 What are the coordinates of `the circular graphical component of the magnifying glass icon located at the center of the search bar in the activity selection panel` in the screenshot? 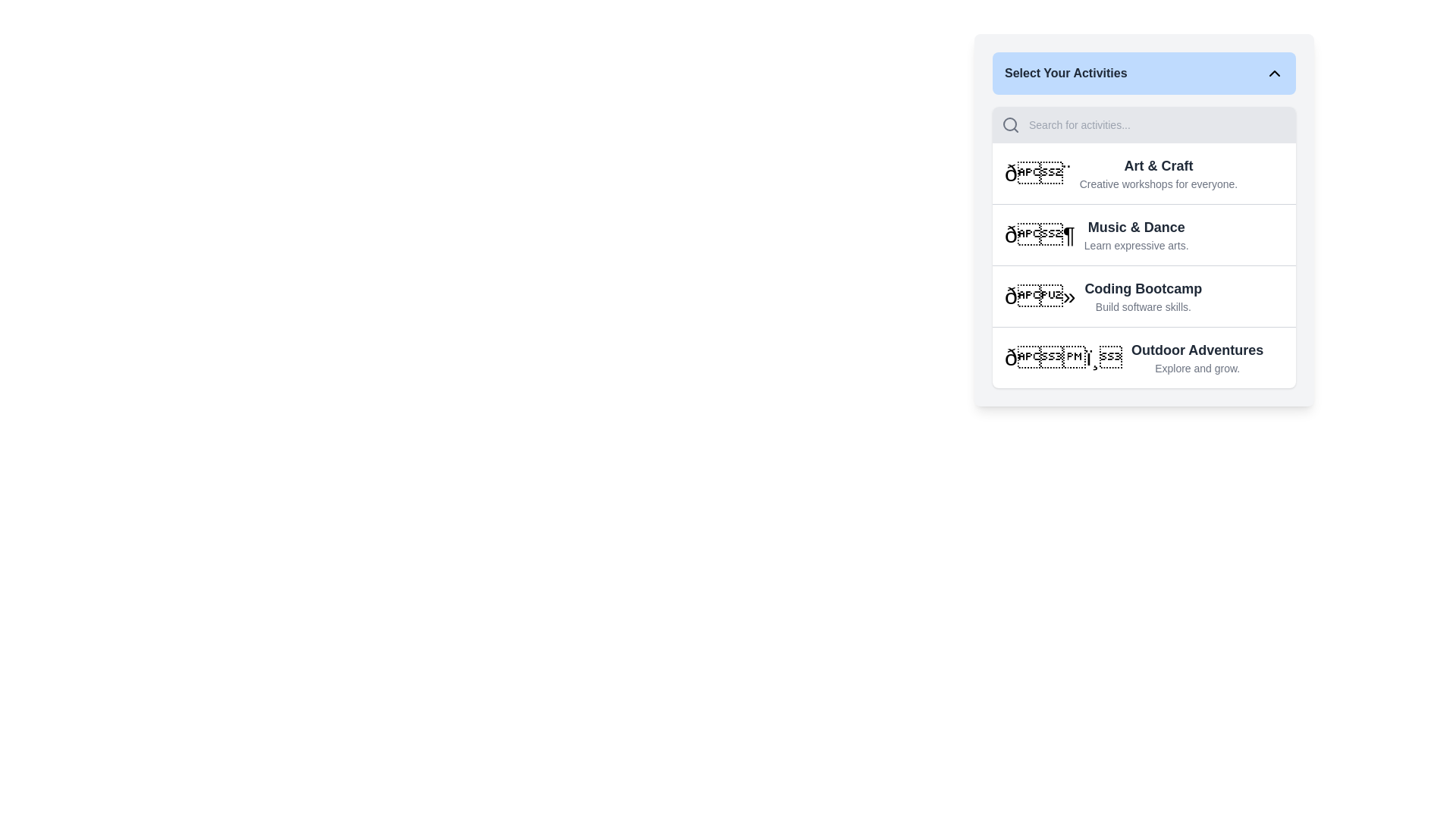 It's located at (1009, 124).